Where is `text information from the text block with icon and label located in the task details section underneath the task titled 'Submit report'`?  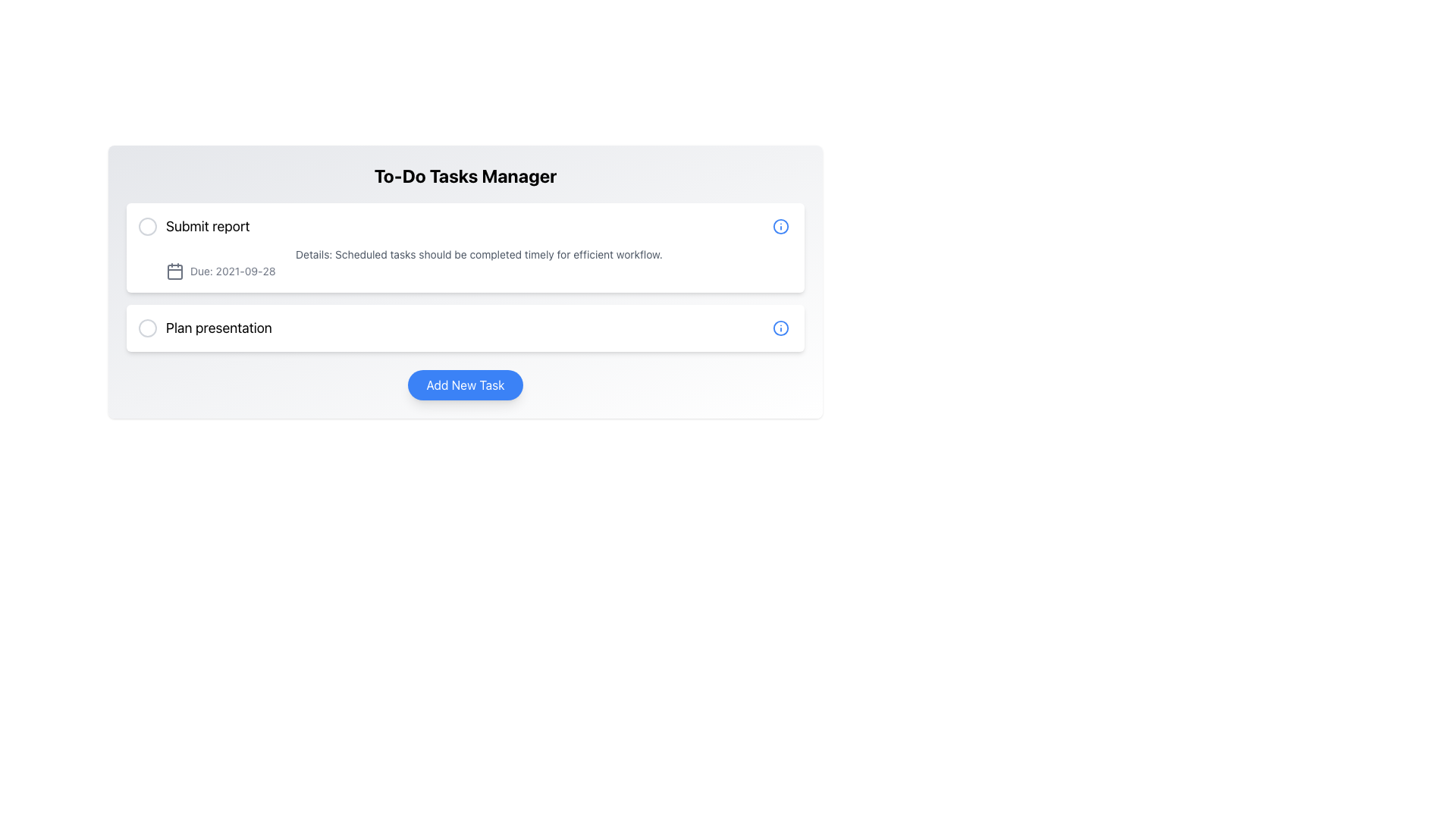
text information from the text block with icon and label located in the task details section underneath the task titled 'Submit report' is located at coordinates (465, 262).